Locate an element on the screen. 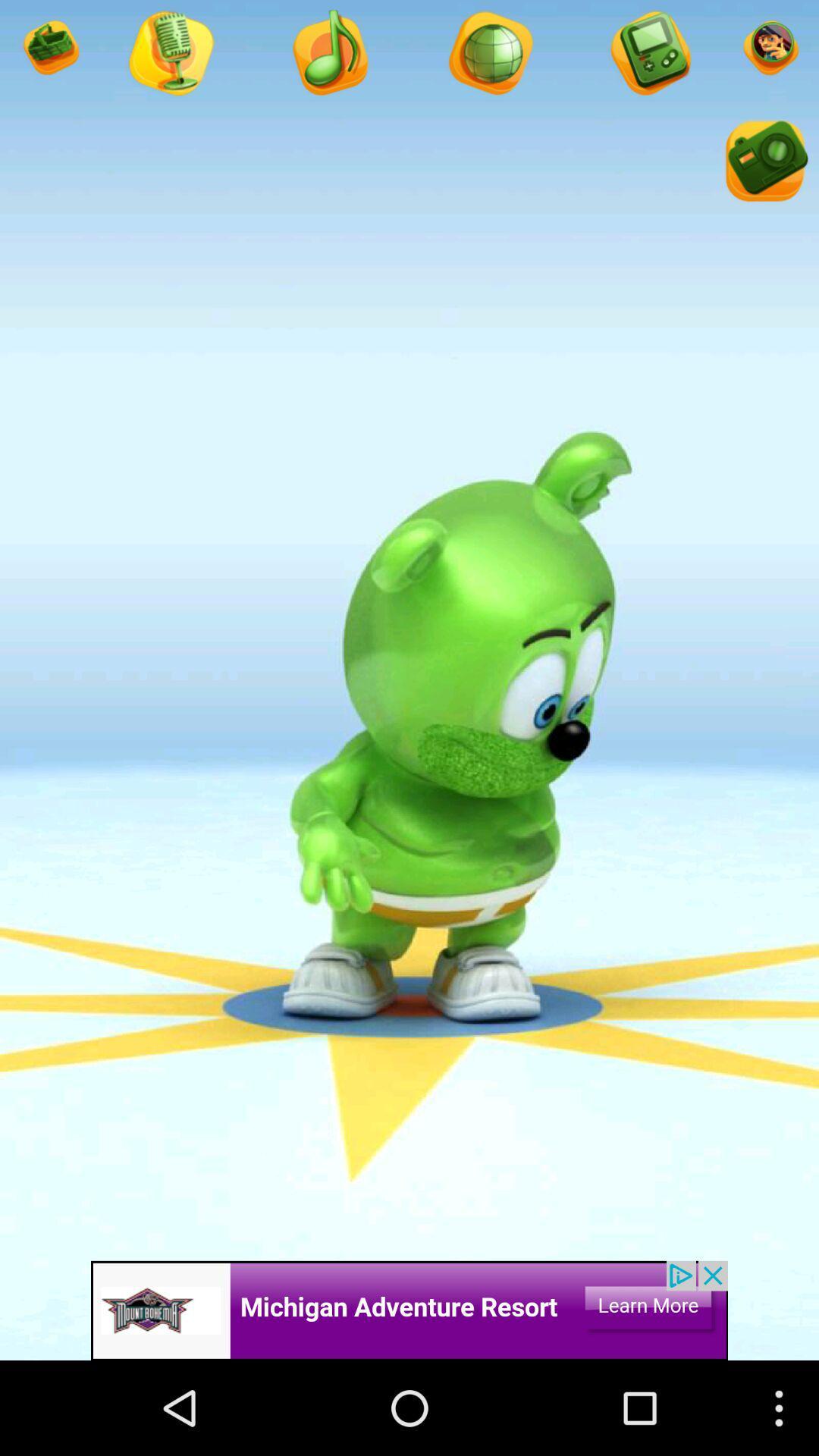  the avatar icon is located at coordinates (648, 58).